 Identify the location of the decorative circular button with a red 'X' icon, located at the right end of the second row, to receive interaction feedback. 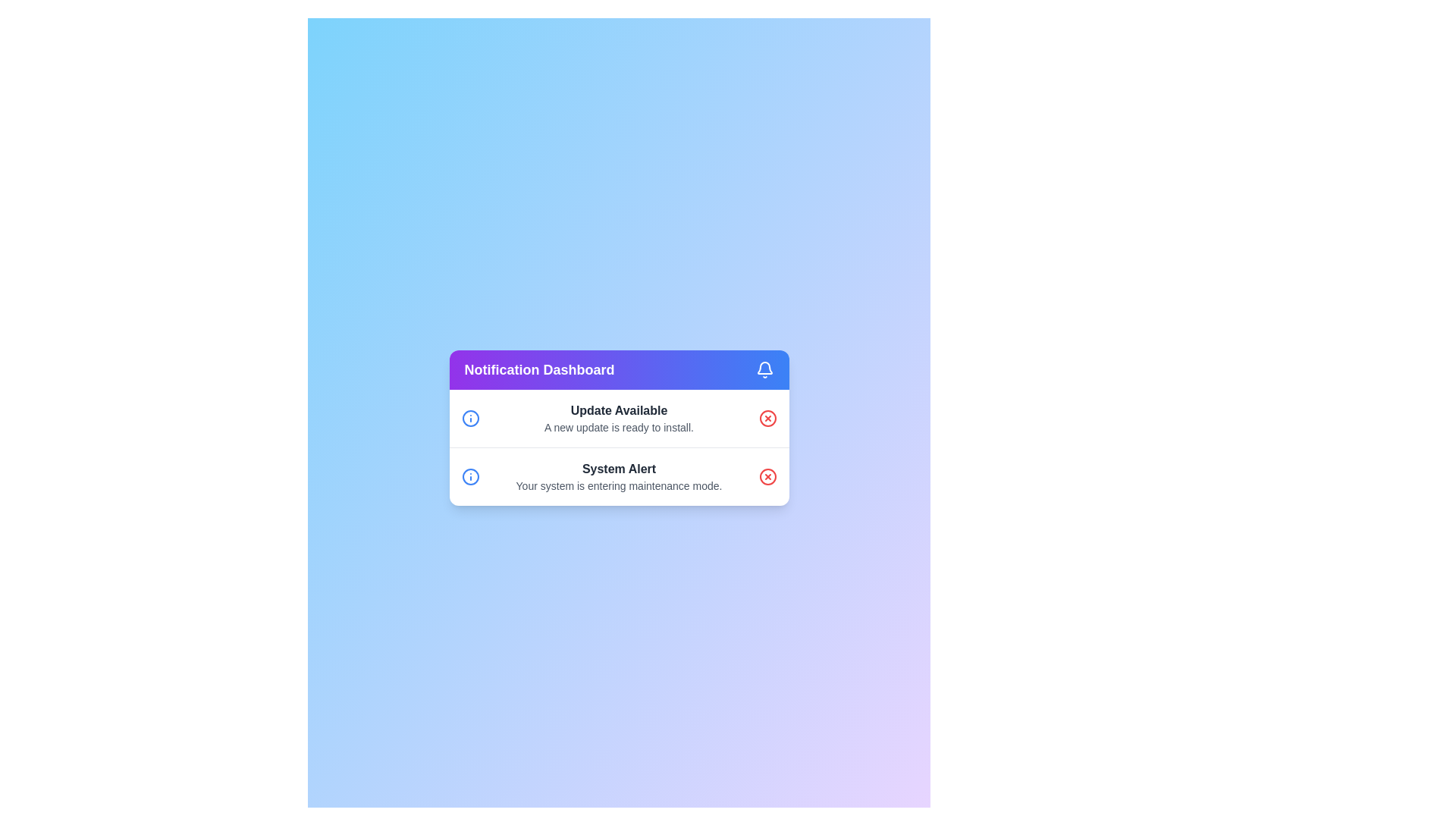
(767, 475).